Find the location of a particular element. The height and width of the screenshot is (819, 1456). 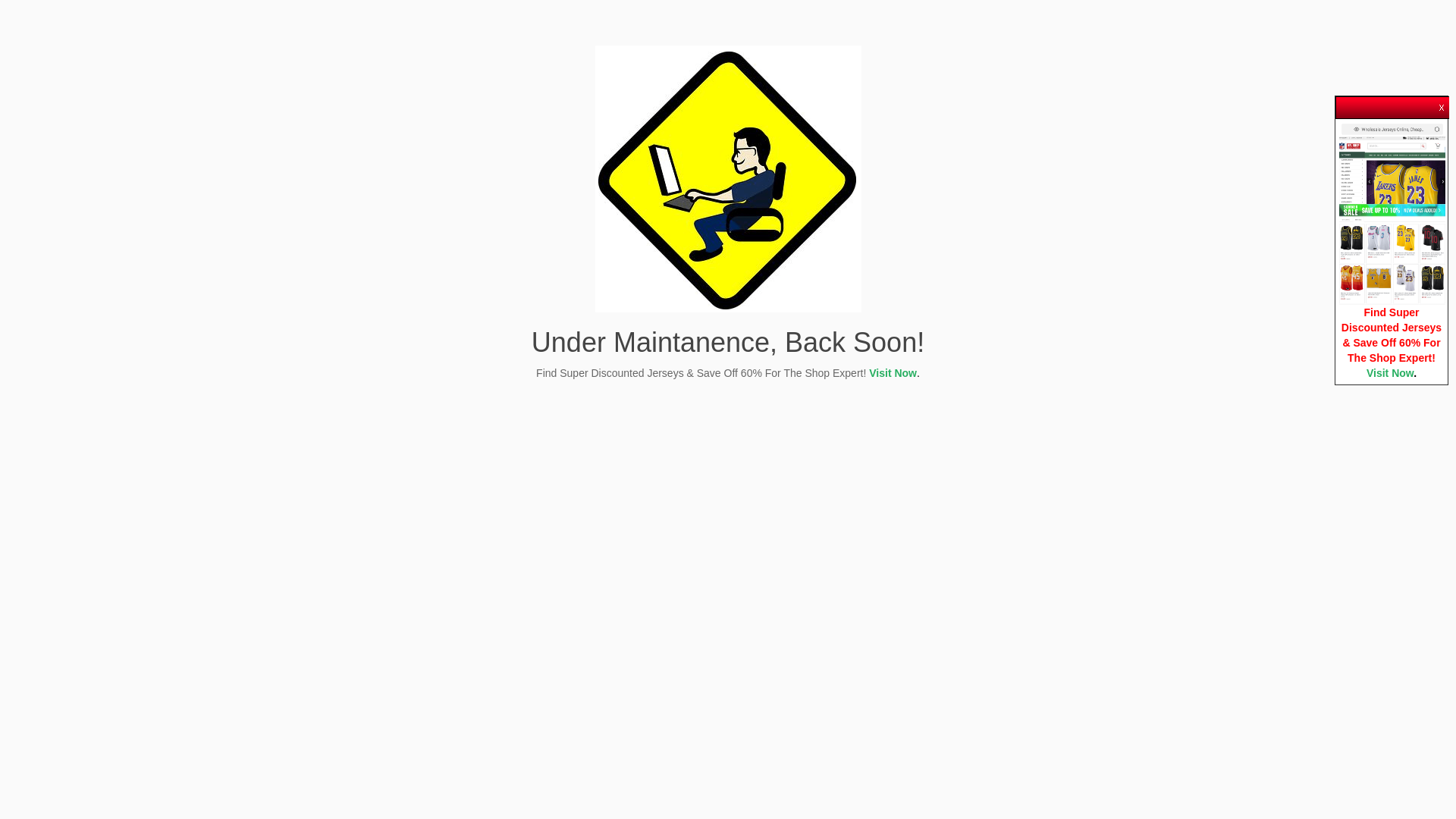

'Close' is located at coordinates (1441, 103).